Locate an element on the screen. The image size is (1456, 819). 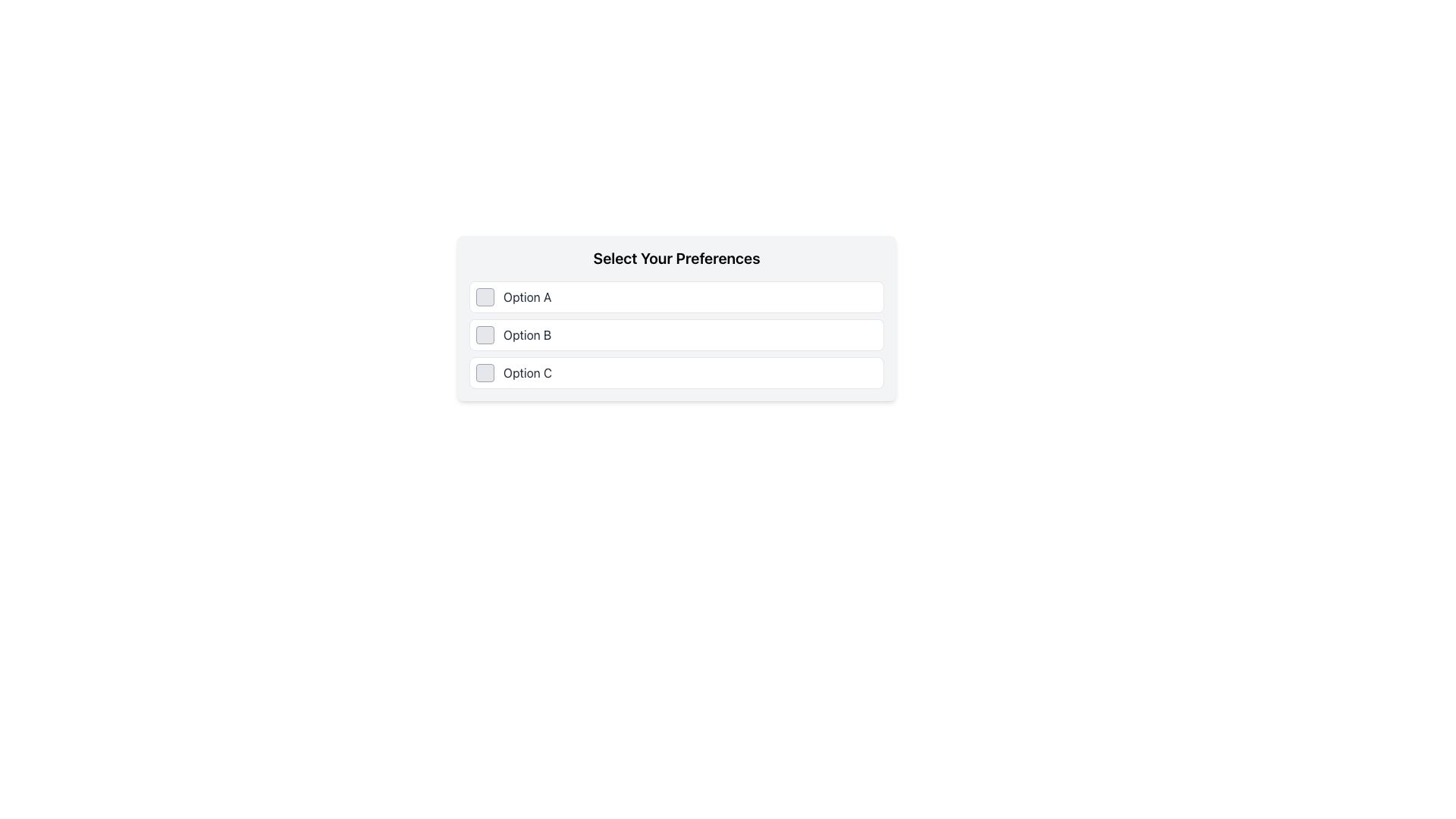
the small square gray checkbox located to the left of the text 'Option A' is located at coordinates (484, 297).